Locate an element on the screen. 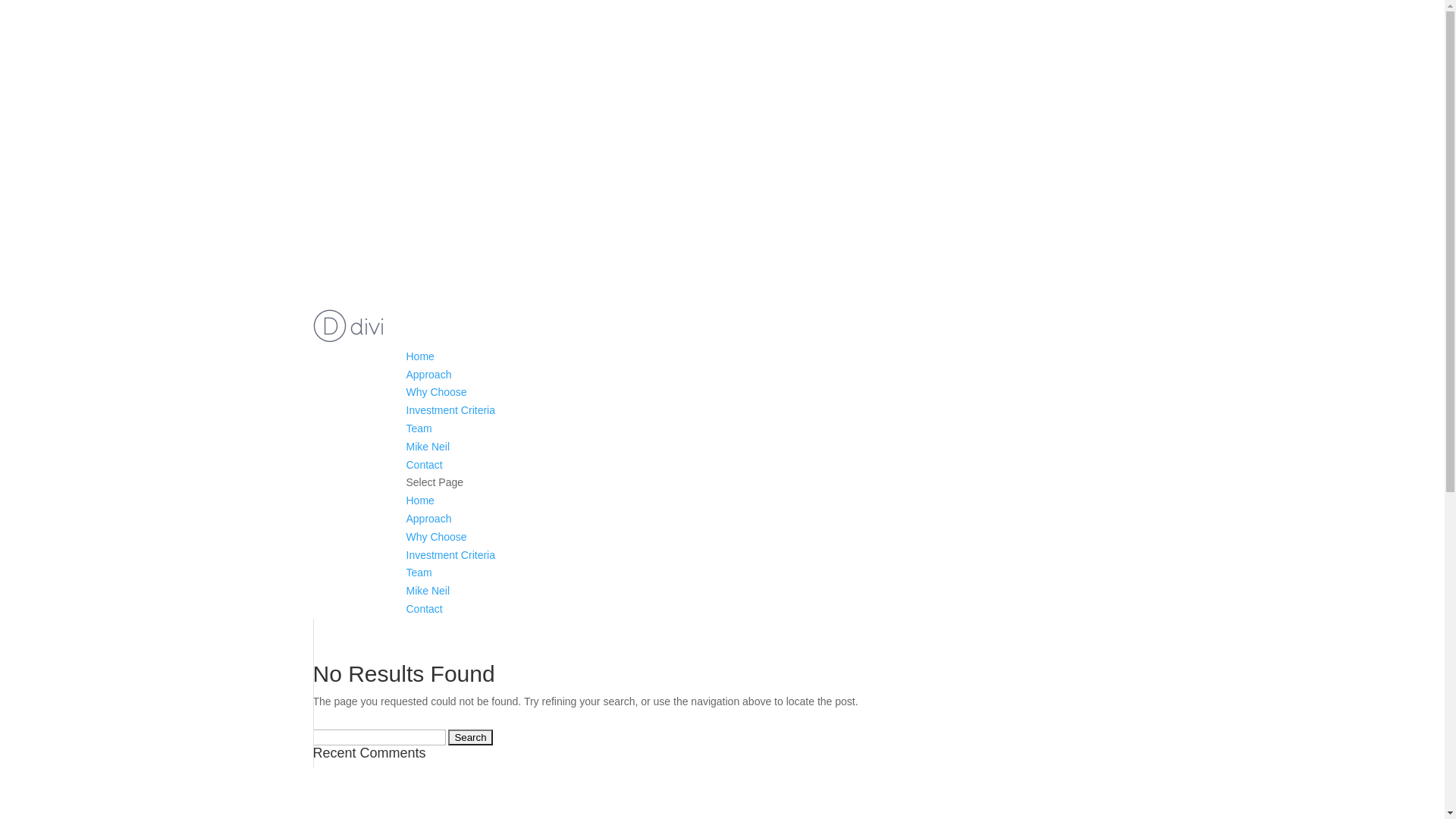 This screenshot has height=819, width=1456. 'Investment Criteria' is located at coordinates (450, 555).